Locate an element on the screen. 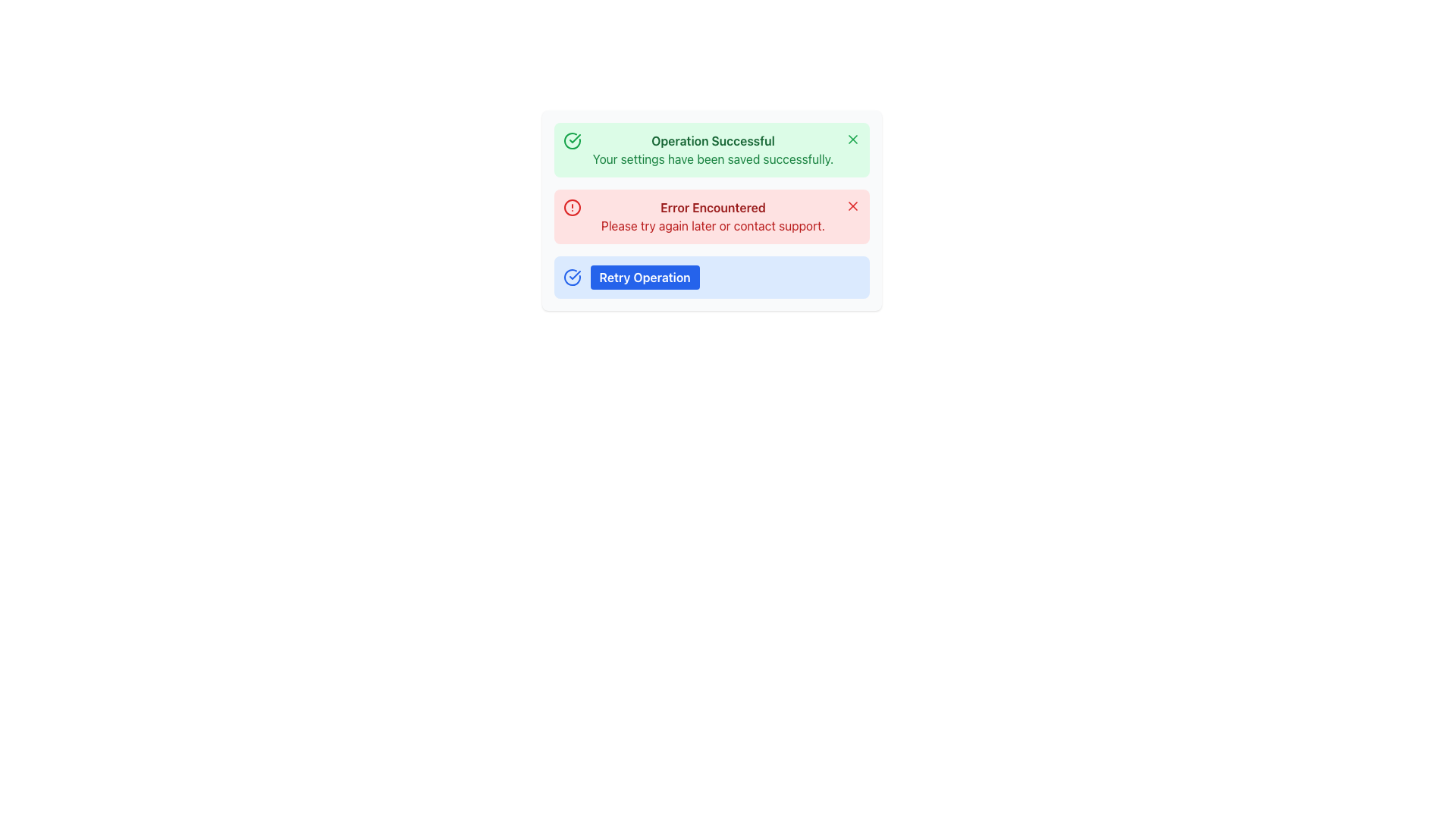 Image resolution: width=1456 pixels, height=819 pixels. the prominently styled blue button labeled 'Retry Operation' is located at coordinates (645, 278).